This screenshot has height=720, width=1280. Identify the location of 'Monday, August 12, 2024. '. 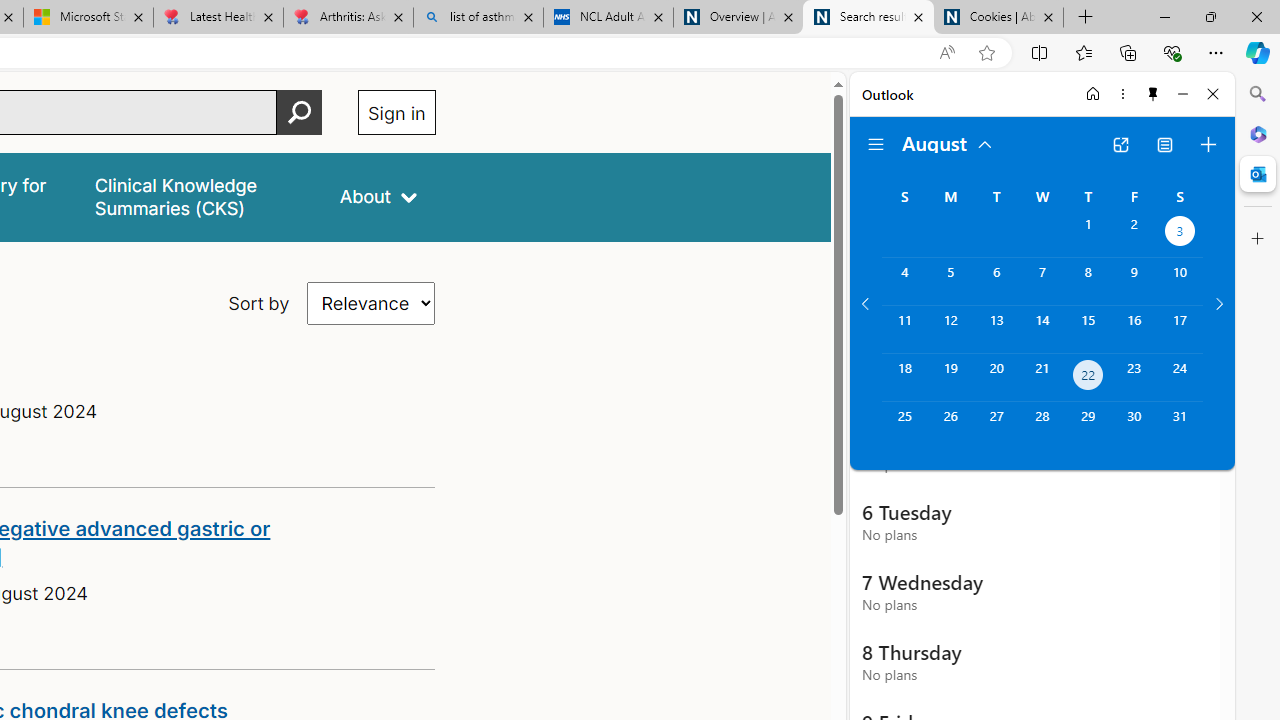
(949, 328).